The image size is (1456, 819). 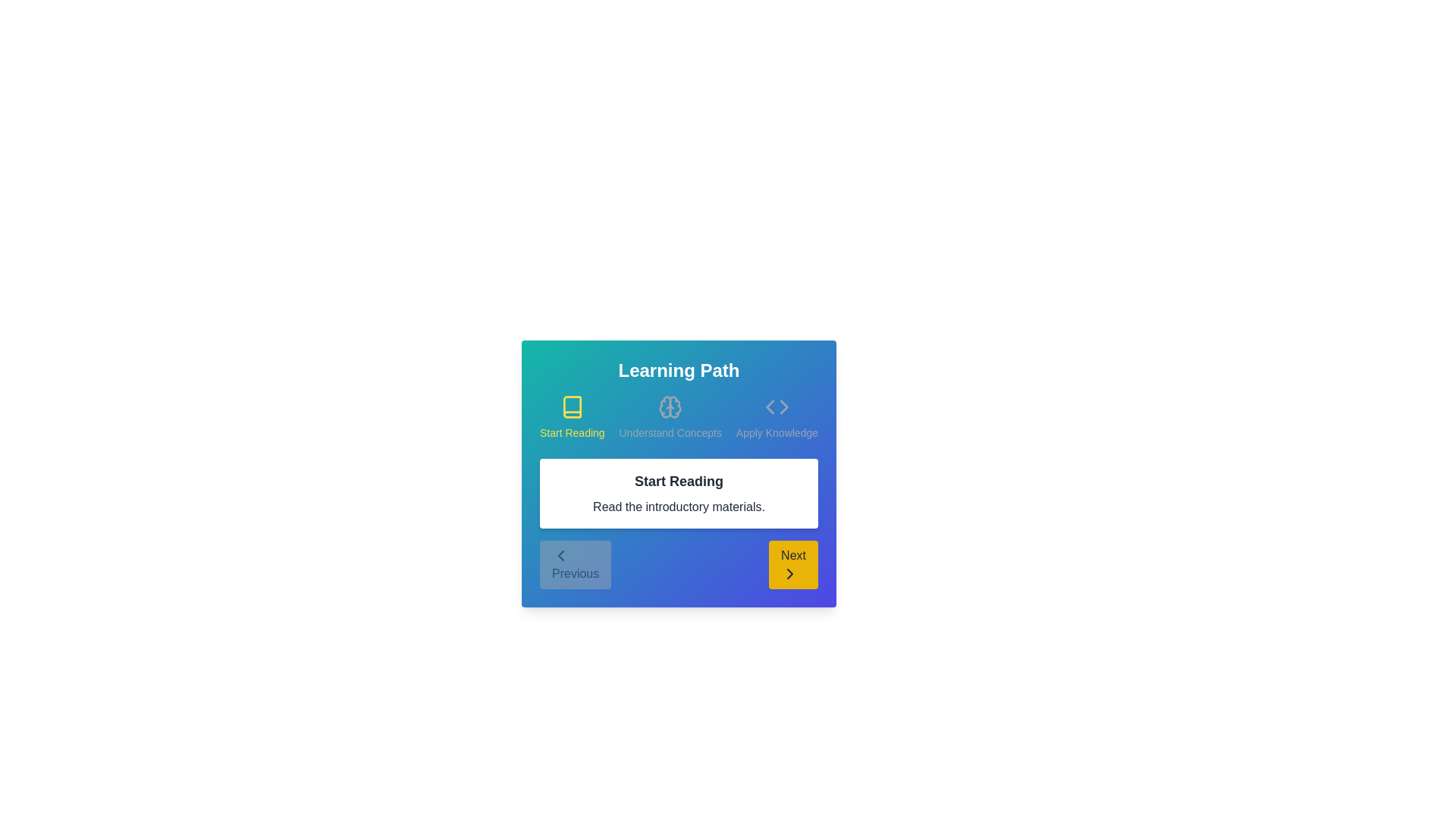 What do you see at coordinates (571, 406) in the screenshot?
I see `the icon representing the step Start Reading` at bounding box center [571, 406].